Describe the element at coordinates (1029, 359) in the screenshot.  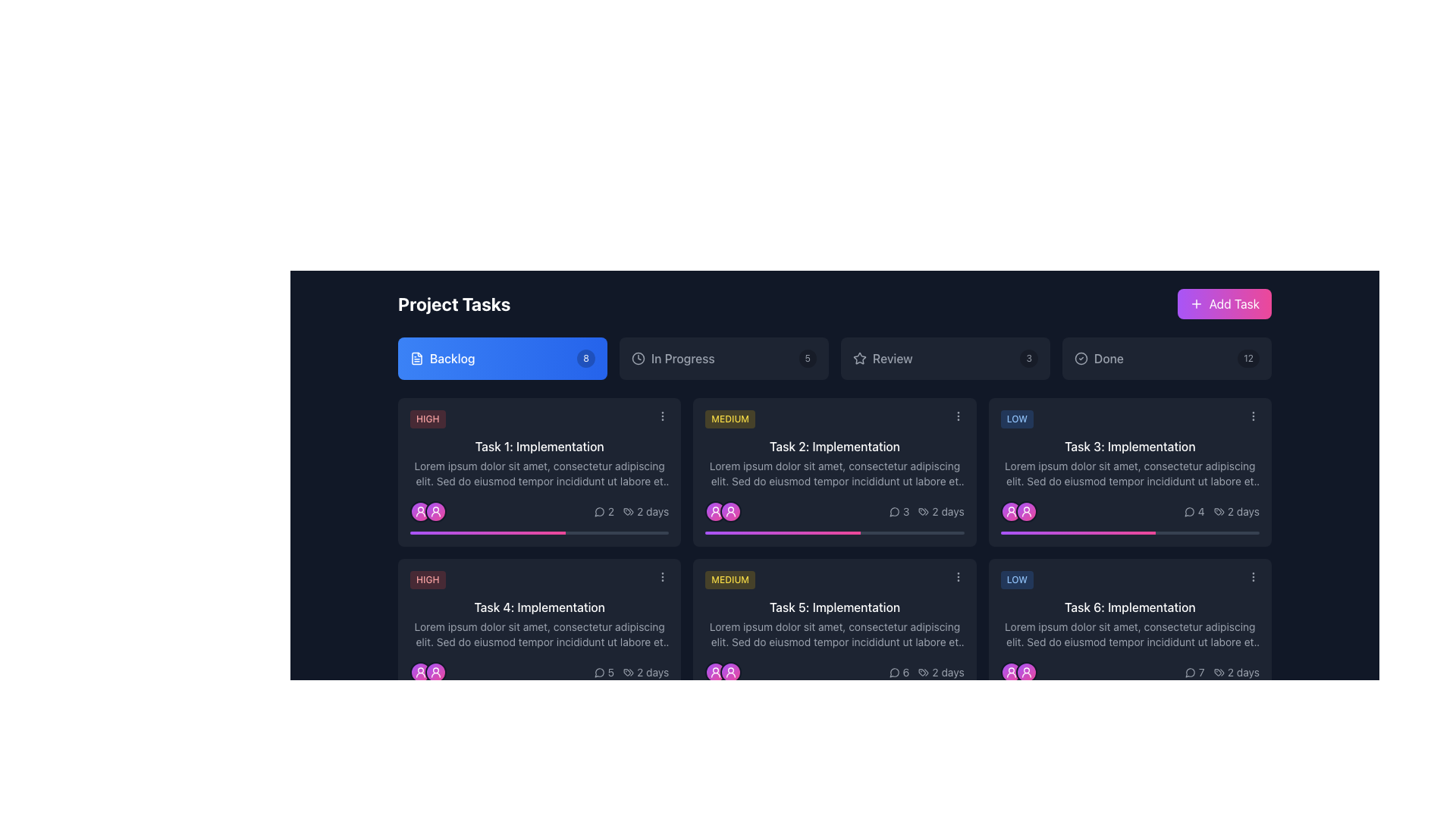
I see `the informational badge that represents a count or quantity associated with 'Review', located on the right side within the 'Project Tasks' interface` at that location.